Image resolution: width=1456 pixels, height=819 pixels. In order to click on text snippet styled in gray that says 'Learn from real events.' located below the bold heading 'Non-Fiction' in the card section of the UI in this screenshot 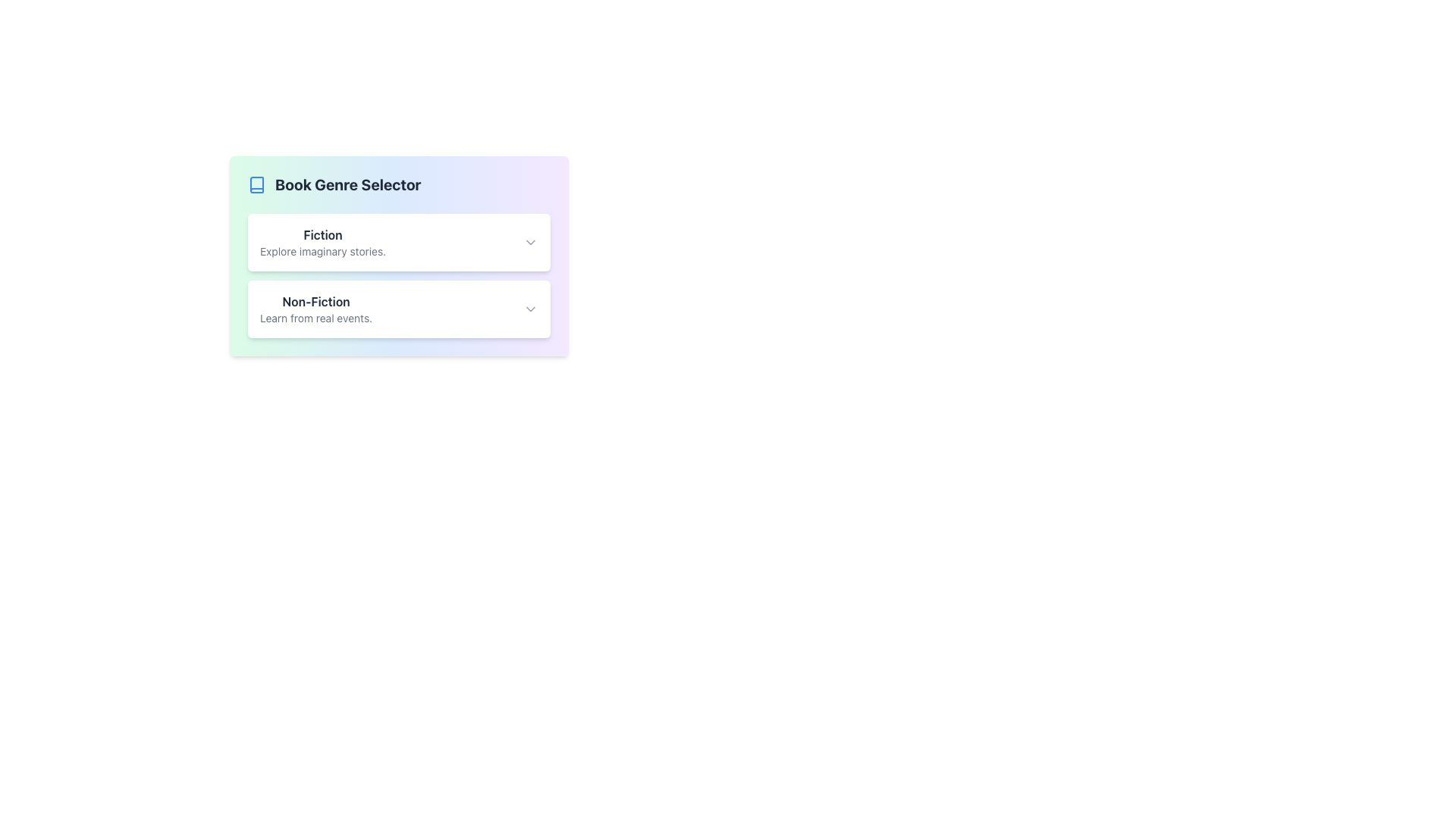, I will do `click(315, 318)`.